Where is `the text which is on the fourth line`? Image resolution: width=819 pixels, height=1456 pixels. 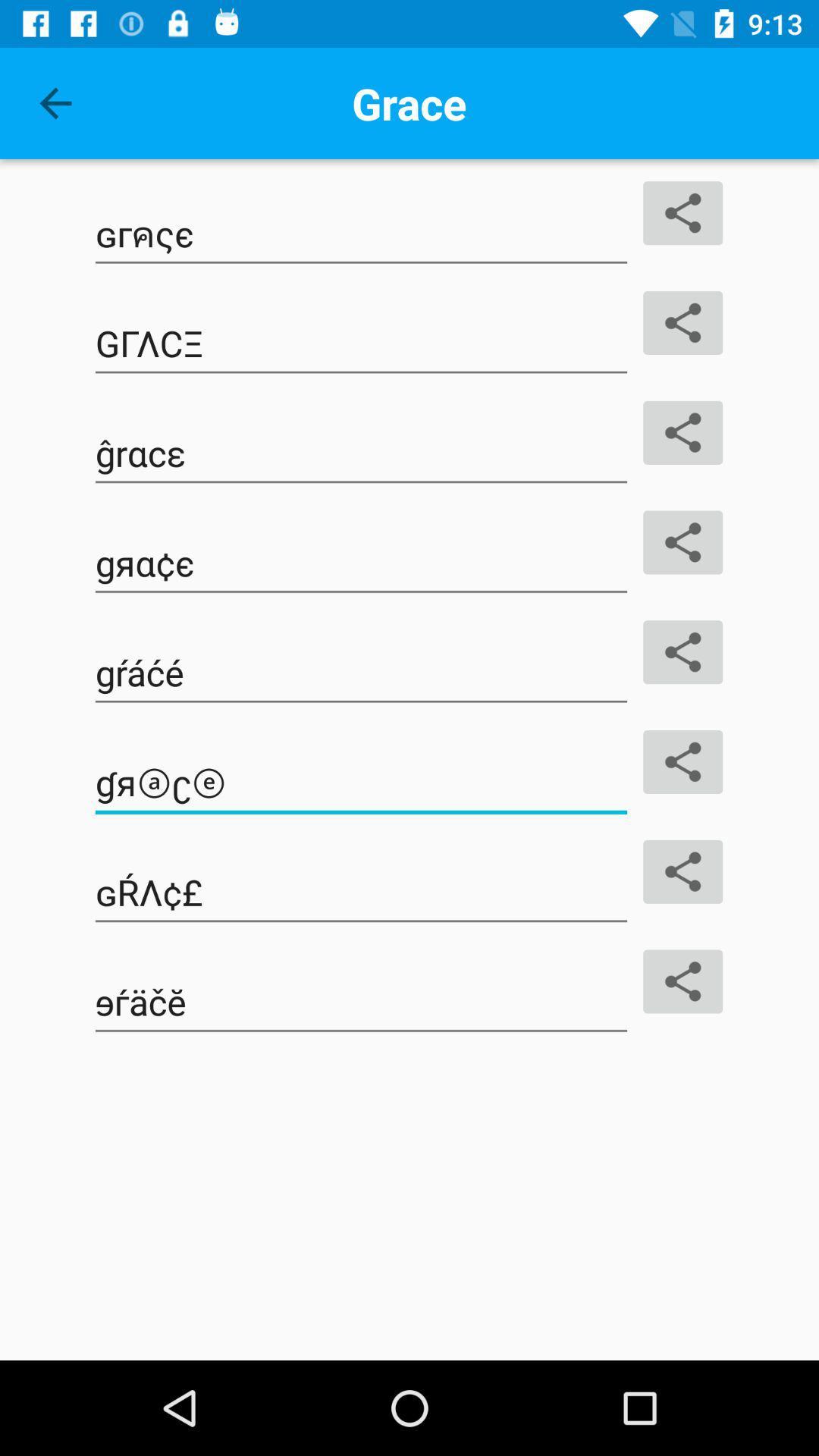 the text which is on the fourth line is located at coordinates (362, 563).